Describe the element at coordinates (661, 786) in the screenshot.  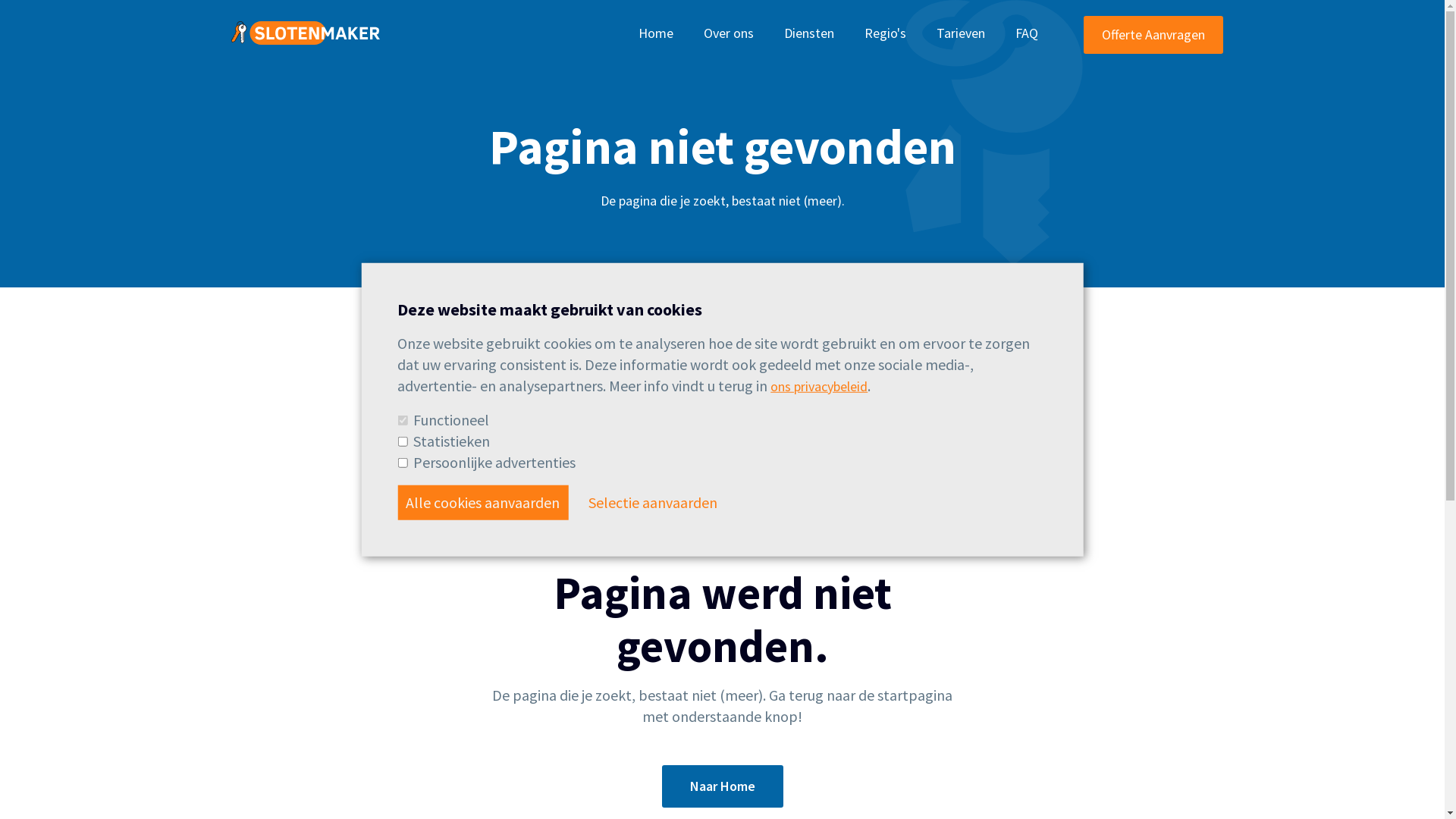
I see `'Naar Home'` at that location.